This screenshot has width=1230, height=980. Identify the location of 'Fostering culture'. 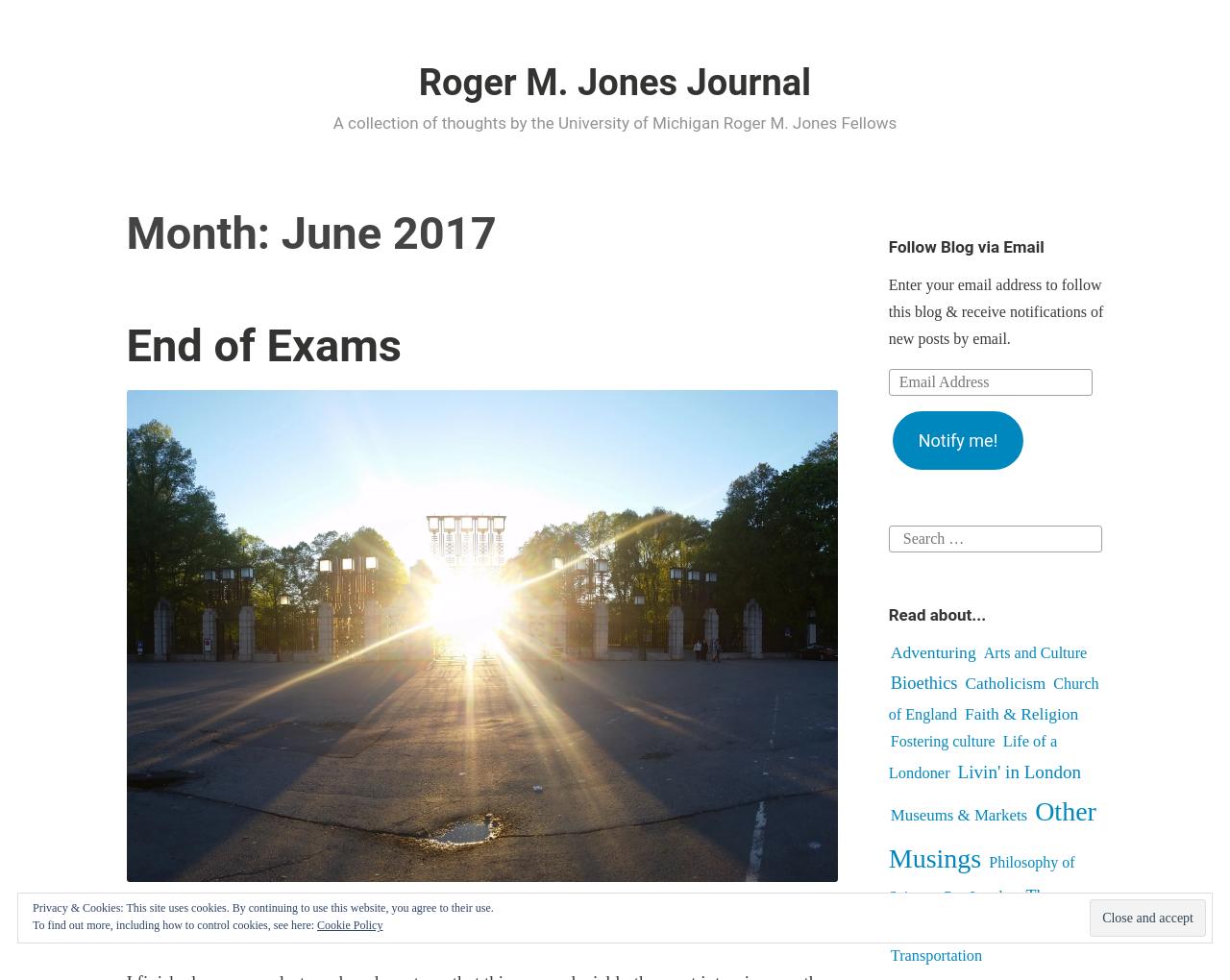
(942, 740).